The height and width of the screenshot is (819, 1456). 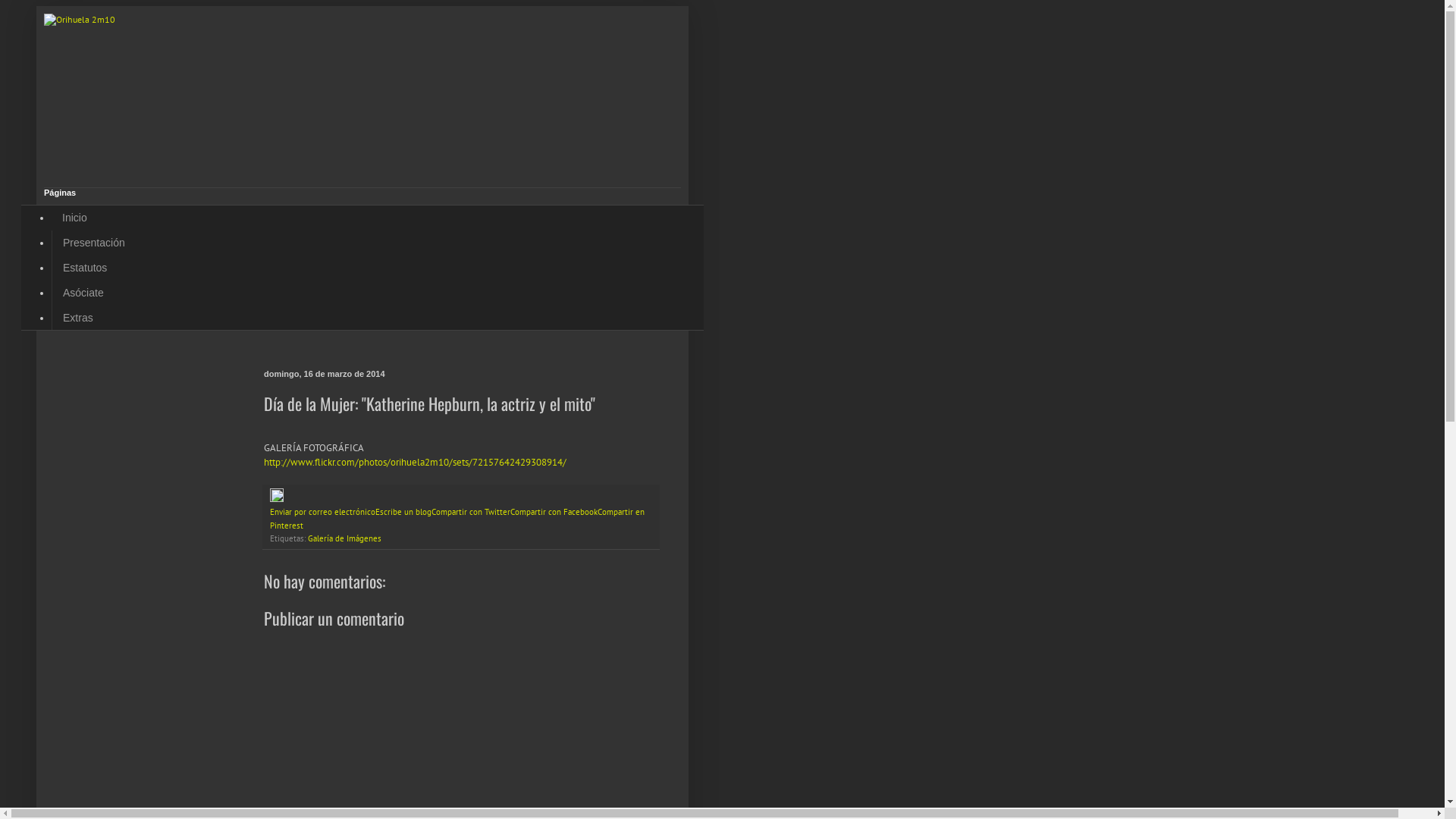 I want to click on 'Compartir con Facebook', so click(x=553, y=512).